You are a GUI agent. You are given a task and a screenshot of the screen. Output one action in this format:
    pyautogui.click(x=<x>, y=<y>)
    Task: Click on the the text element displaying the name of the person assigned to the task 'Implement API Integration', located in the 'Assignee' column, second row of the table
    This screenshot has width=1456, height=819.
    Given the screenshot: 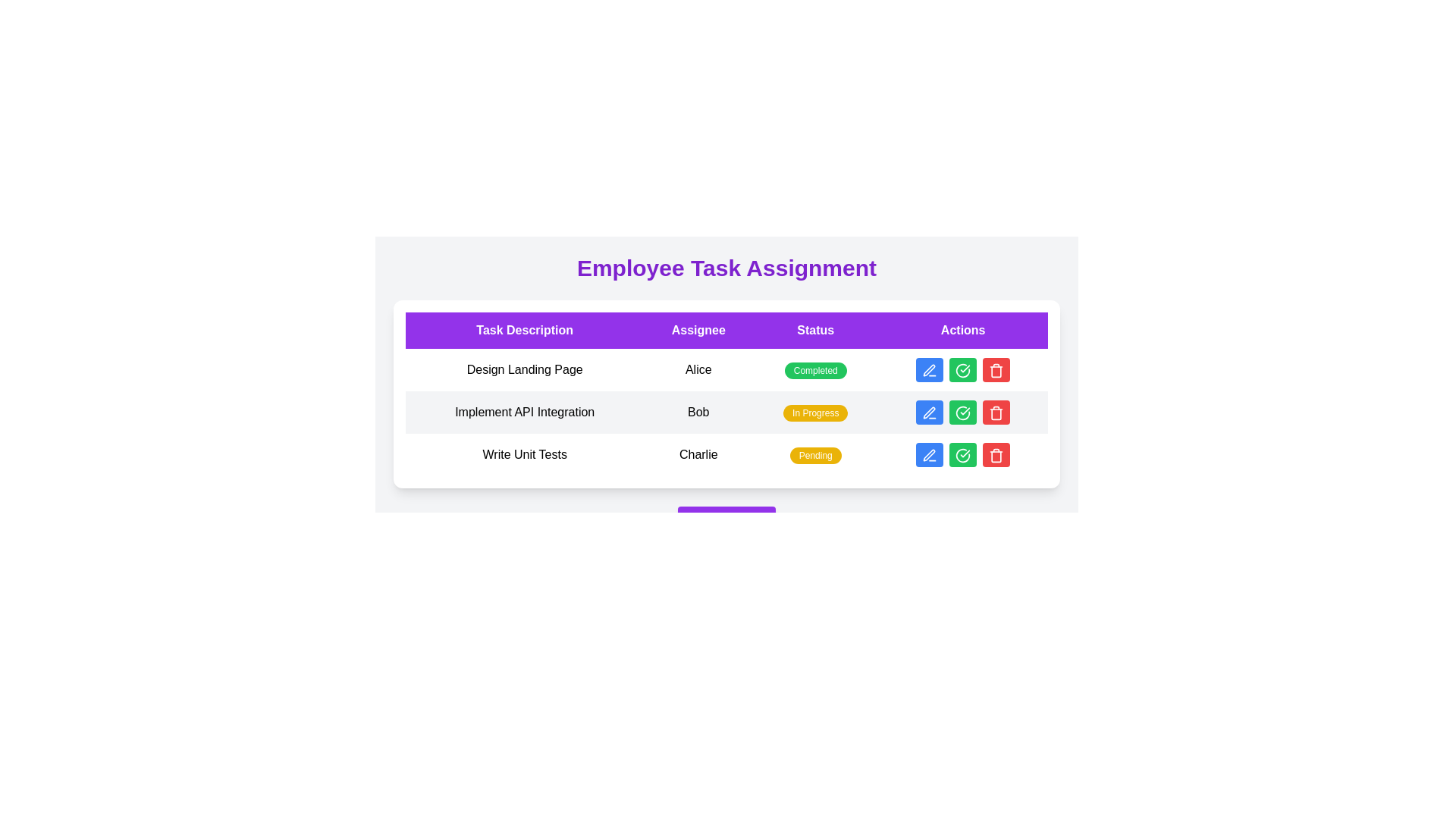 What is the action you would take?
    pyautogui.click(x=698, y=412)
    